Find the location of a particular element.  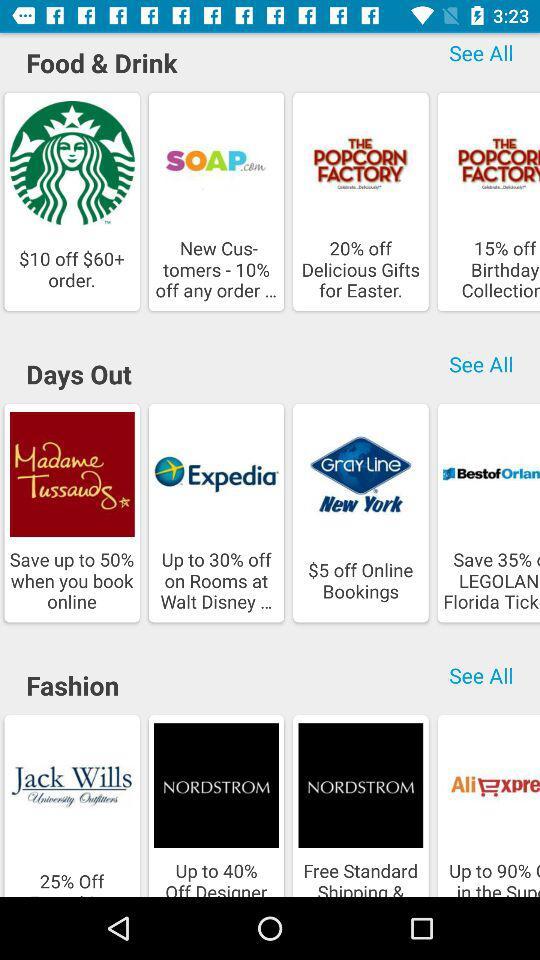

the last option below the fashion is located at coordinates (485, 803).